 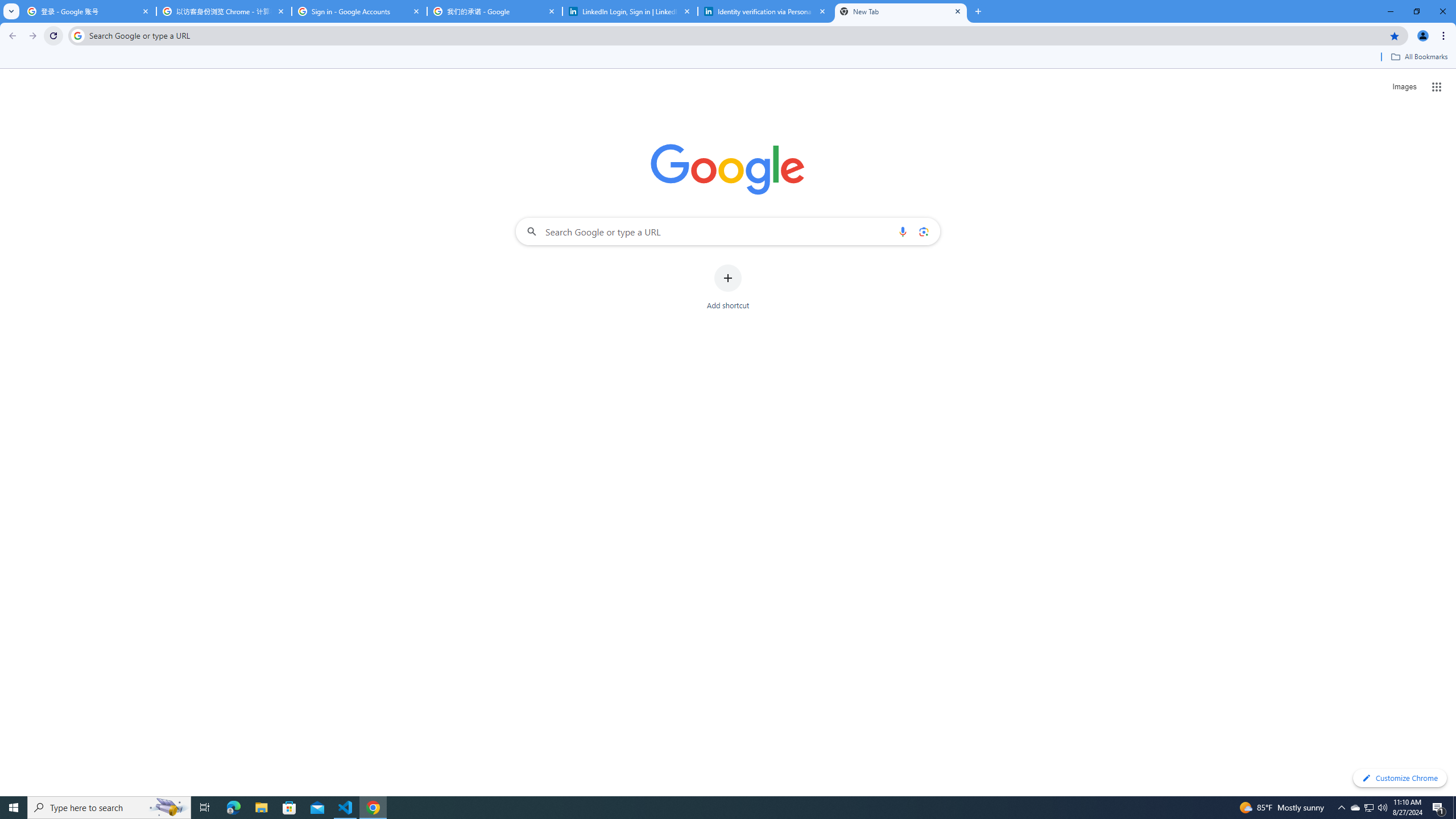 I want to click on 'LinkedIn Login, Sign in | LinkedIn', so click(x=630, y=11).